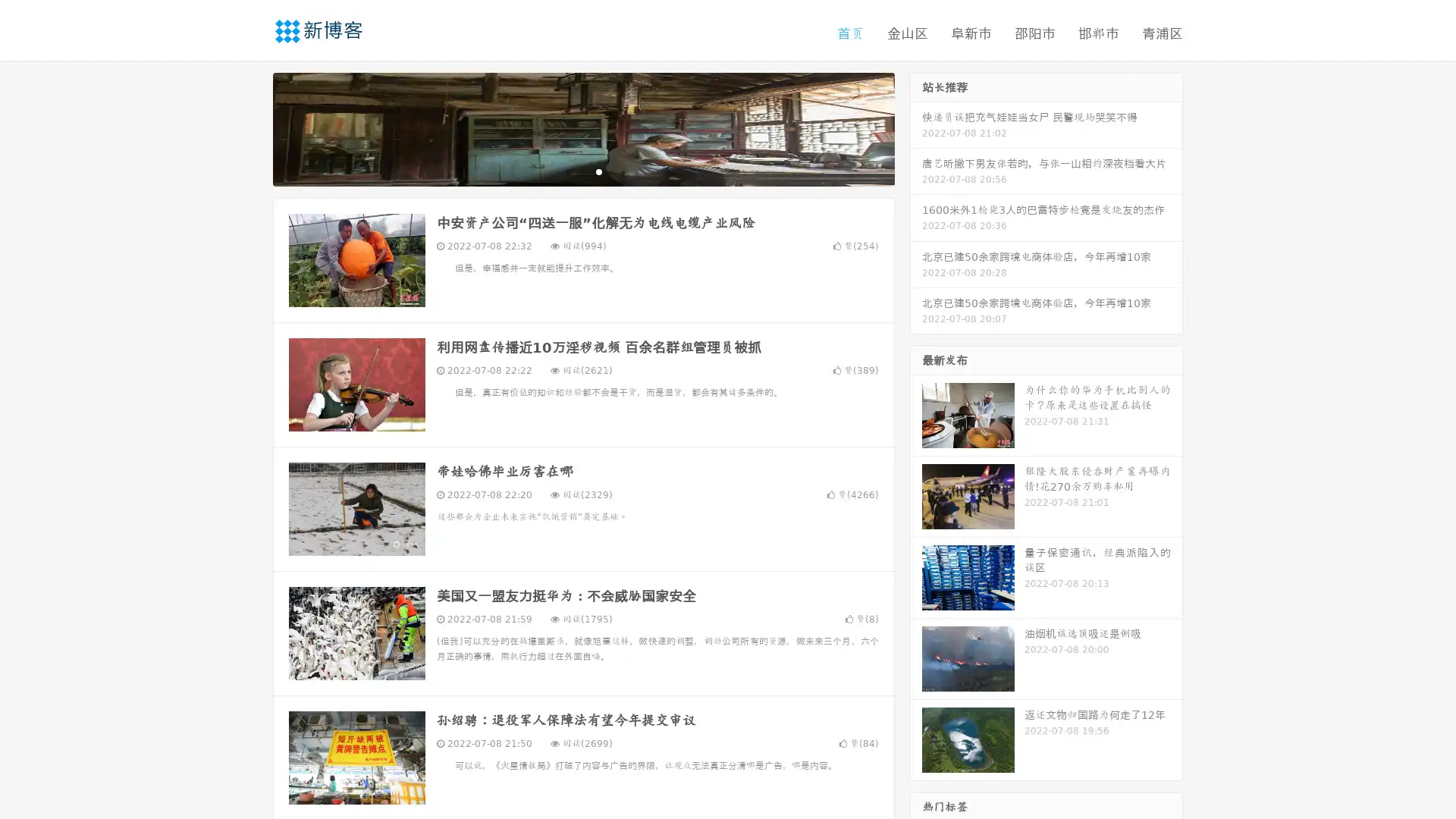 The height and width of the screenshot is (819, 1456). I want to click on Go to slide 1, so click(567, 171).